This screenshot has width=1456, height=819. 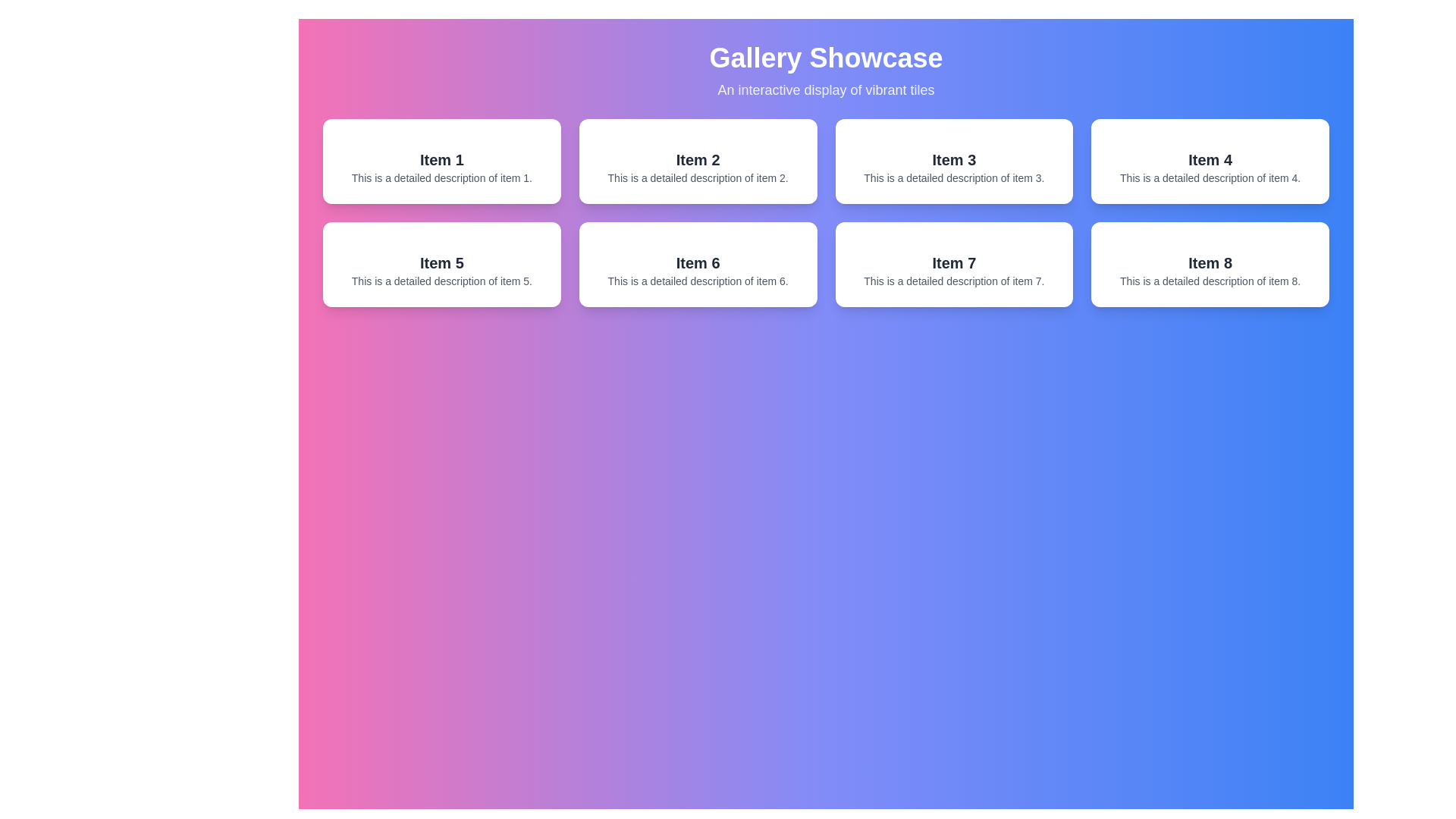 What do you see at coordinates (441, 161) in the screenshot?
I see `the first informational card in the grid by moving the cursor to its center point` at bounding box center [441, 161].